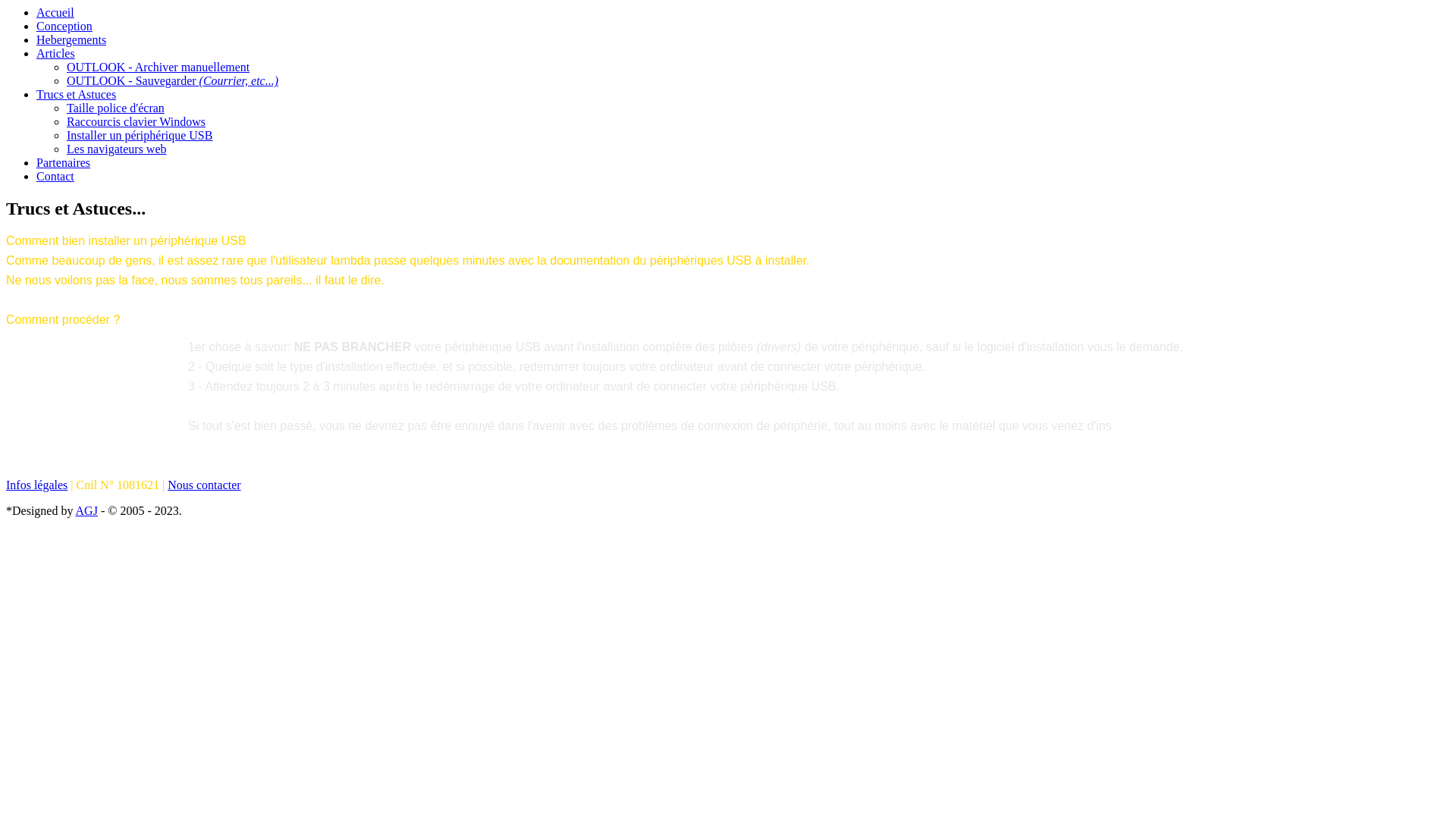  What do you see at coordinates (62, 162) in the screenshot?
I see `'Partenaires'` at bounding box center [62, 162].